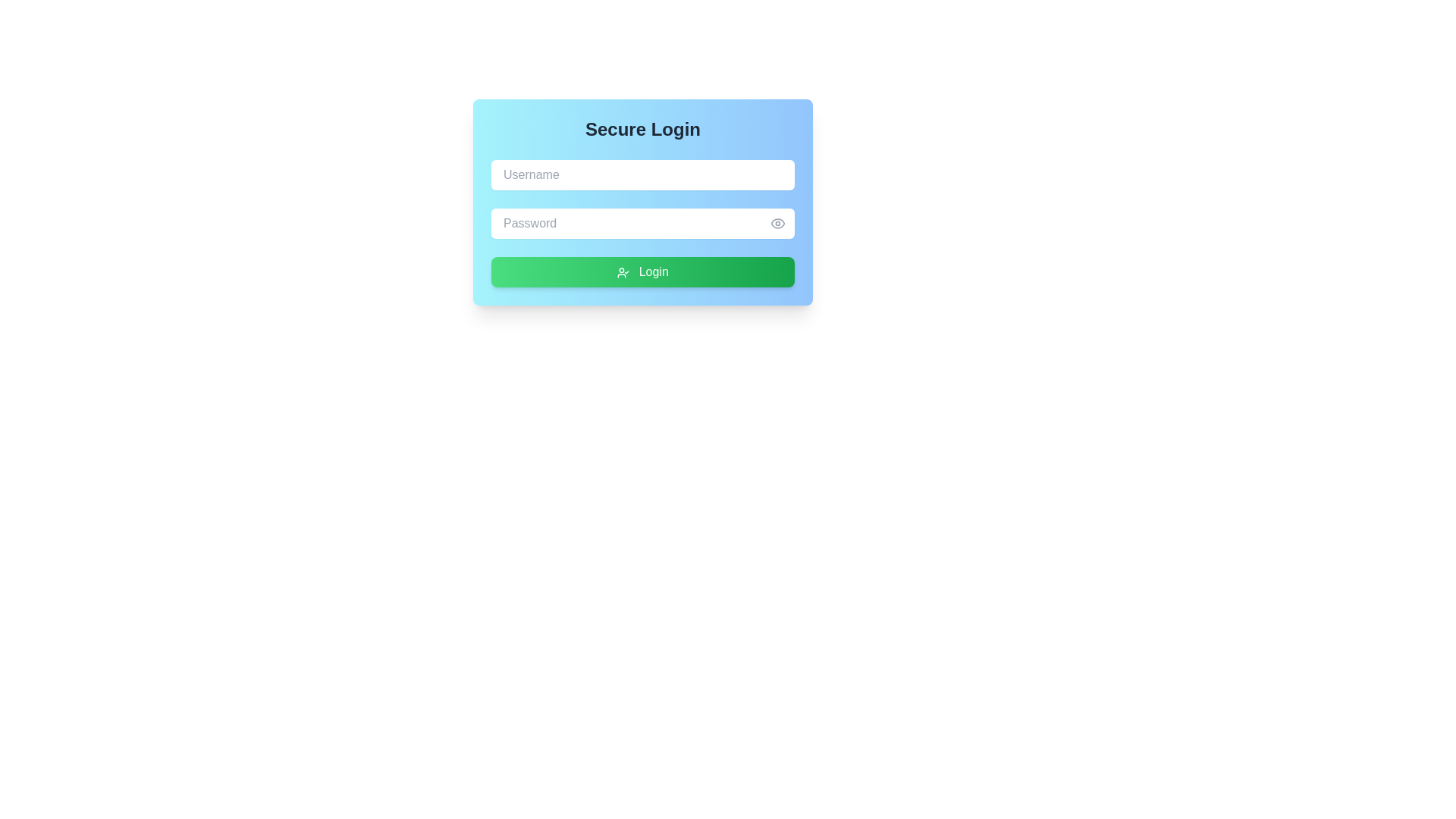  Describe the element at coordinates (778, 223) in the screenshot. I see `the eye-shaped icon button used for showing/hiding the password, located at the right end of the Password input field` at that location.